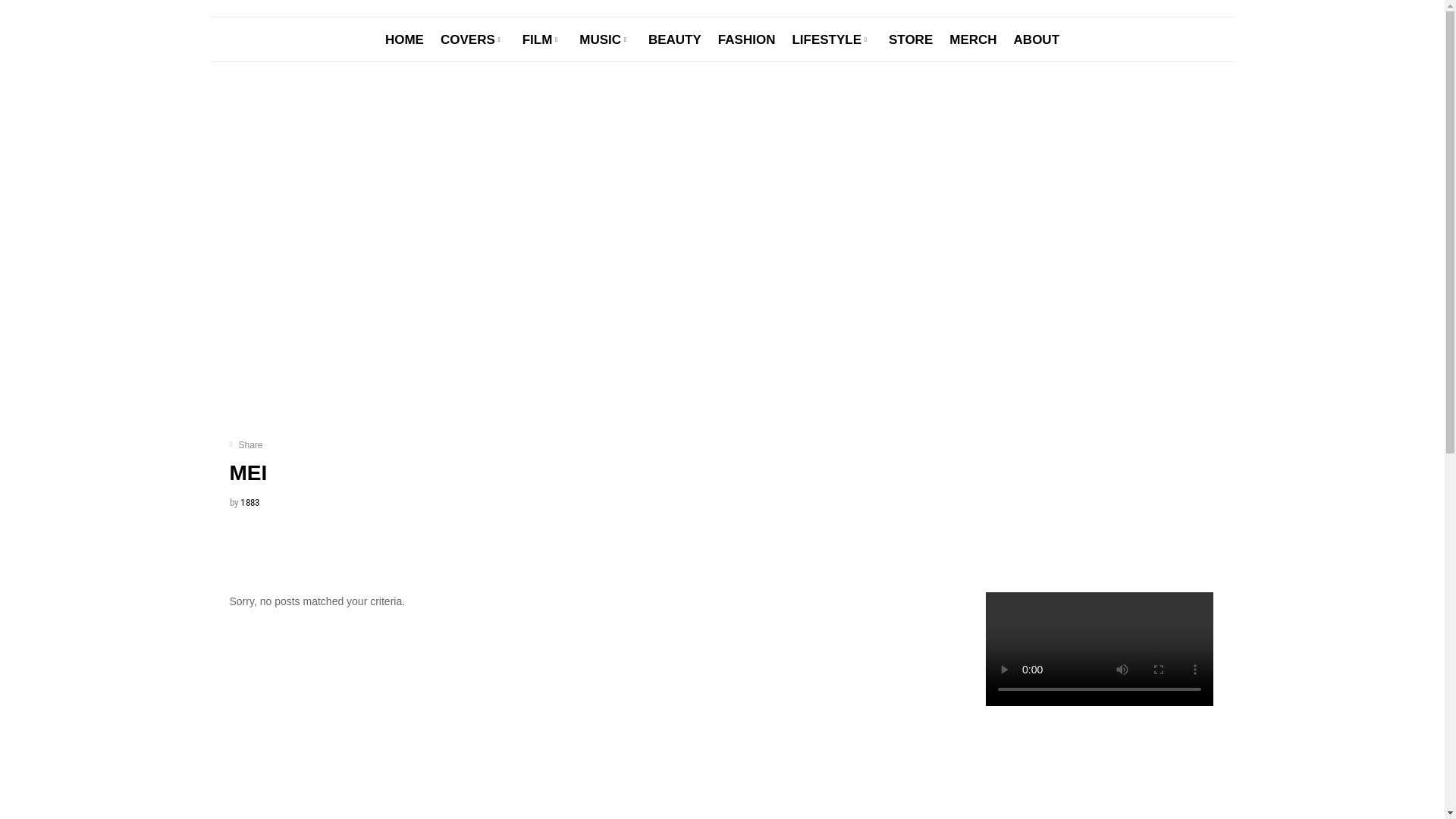 The width and height of the screenshot is (1456, 819). I want to click on 'BEAUTY', so click(673, 38).